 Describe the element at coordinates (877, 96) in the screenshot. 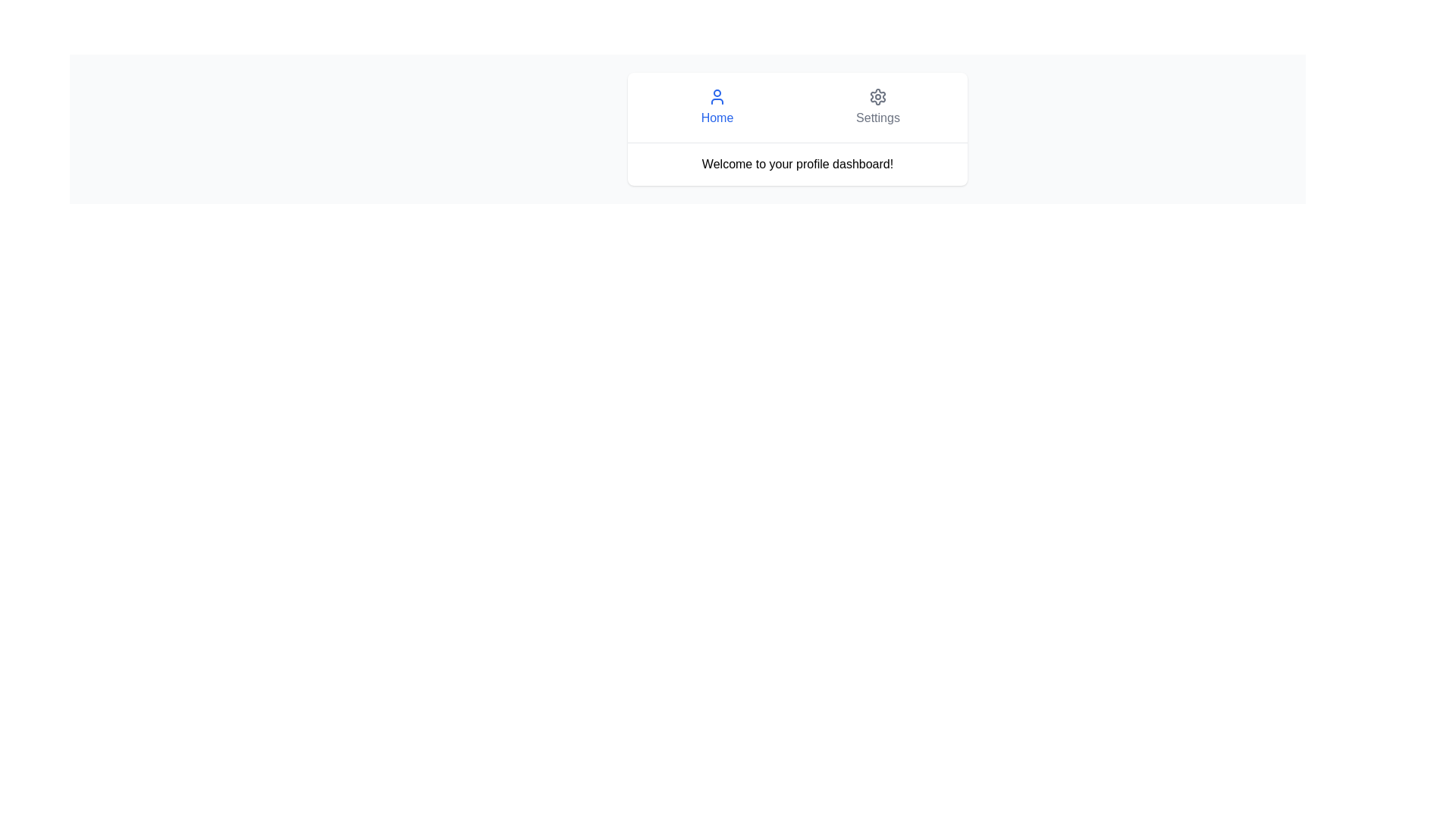

I see `the 'Settings' icon in the navigation bar` at that location.